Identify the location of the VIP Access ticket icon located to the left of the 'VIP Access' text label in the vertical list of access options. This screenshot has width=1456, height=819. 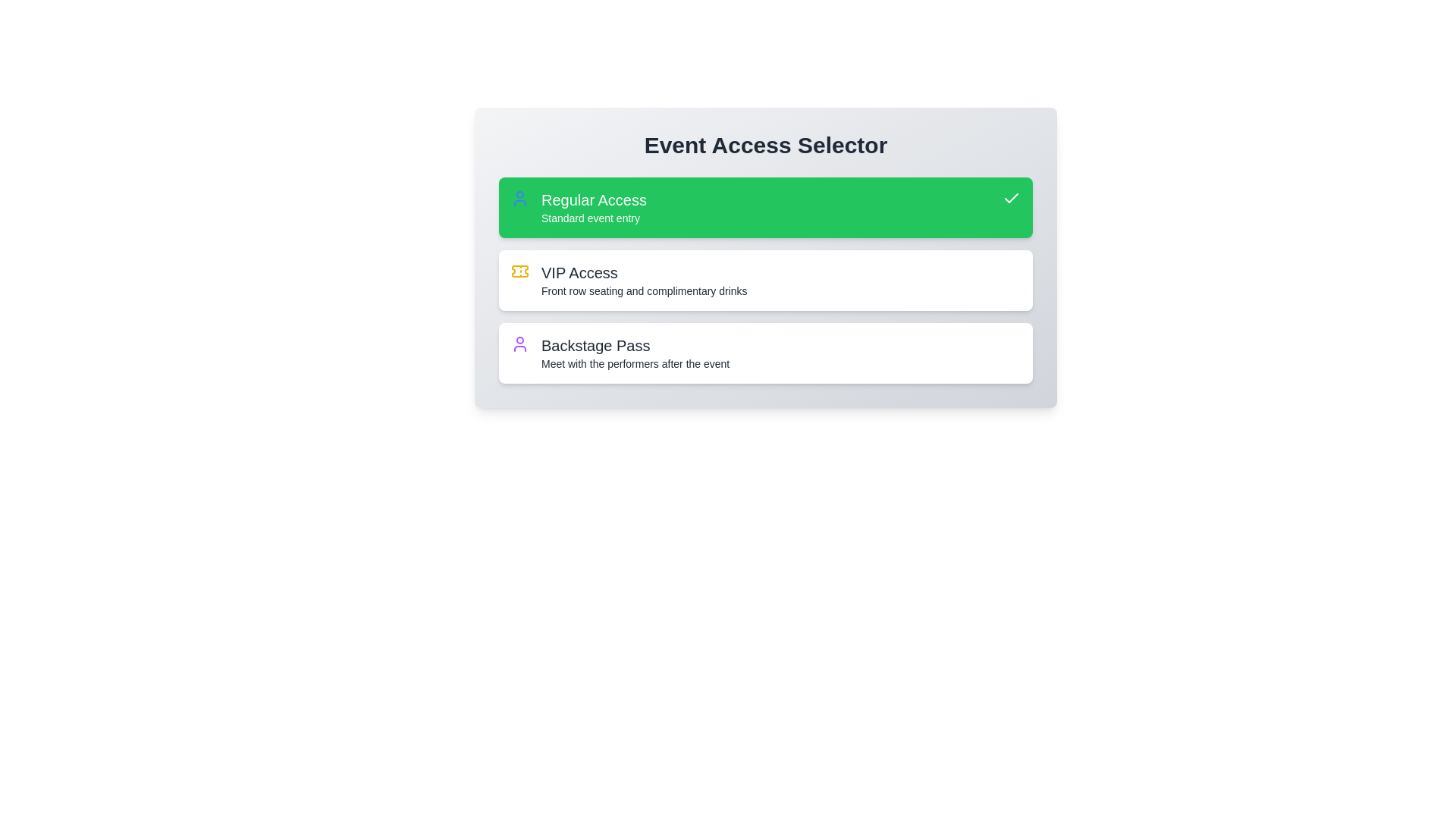
(520, 271).